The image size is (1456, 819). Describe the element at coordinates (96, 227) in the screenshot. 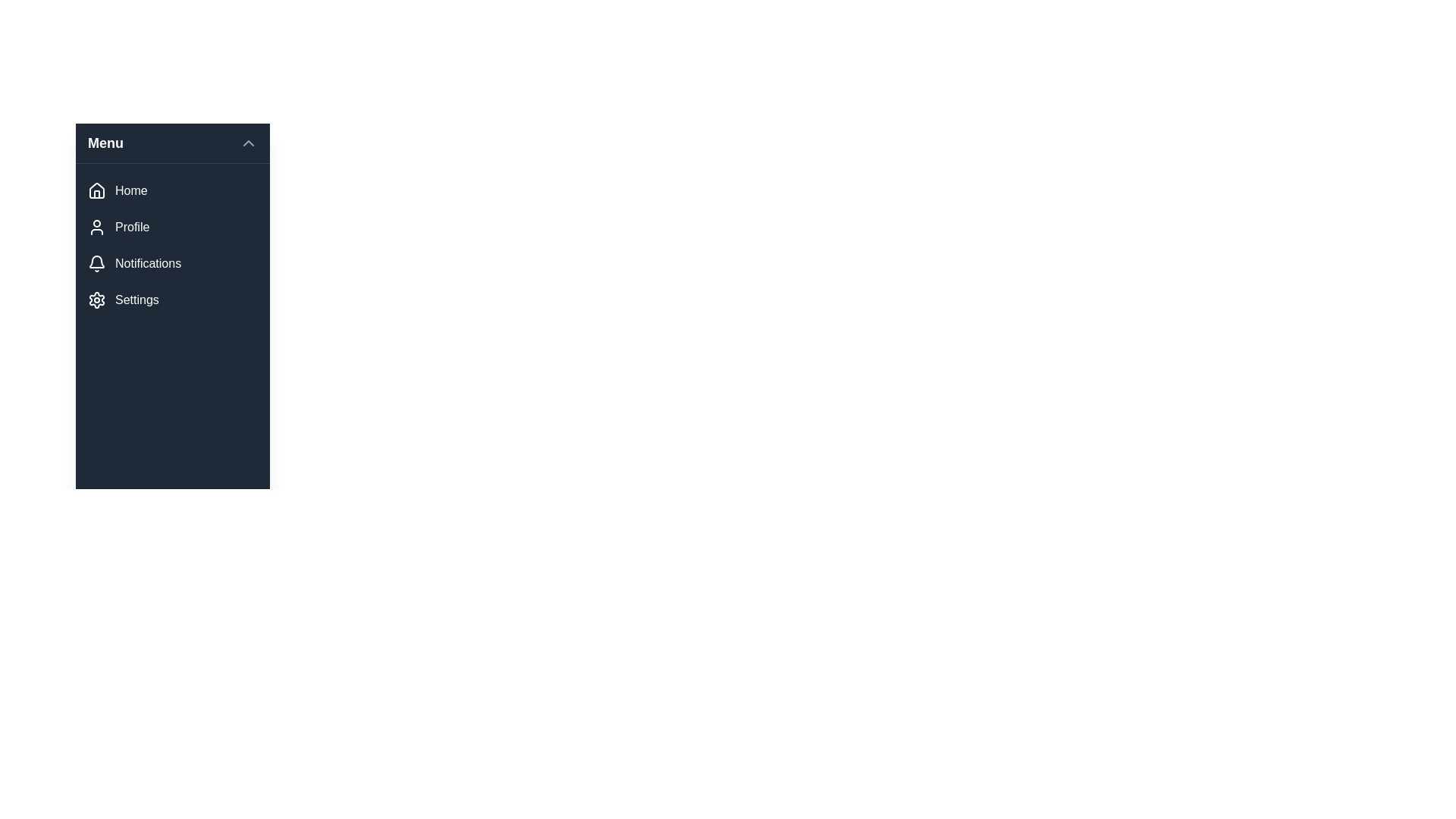

I see `the user profile icon shaped as a simplified human silhouette, which is located next to the text 'Profile' in the vertical navigation menu` at that location.